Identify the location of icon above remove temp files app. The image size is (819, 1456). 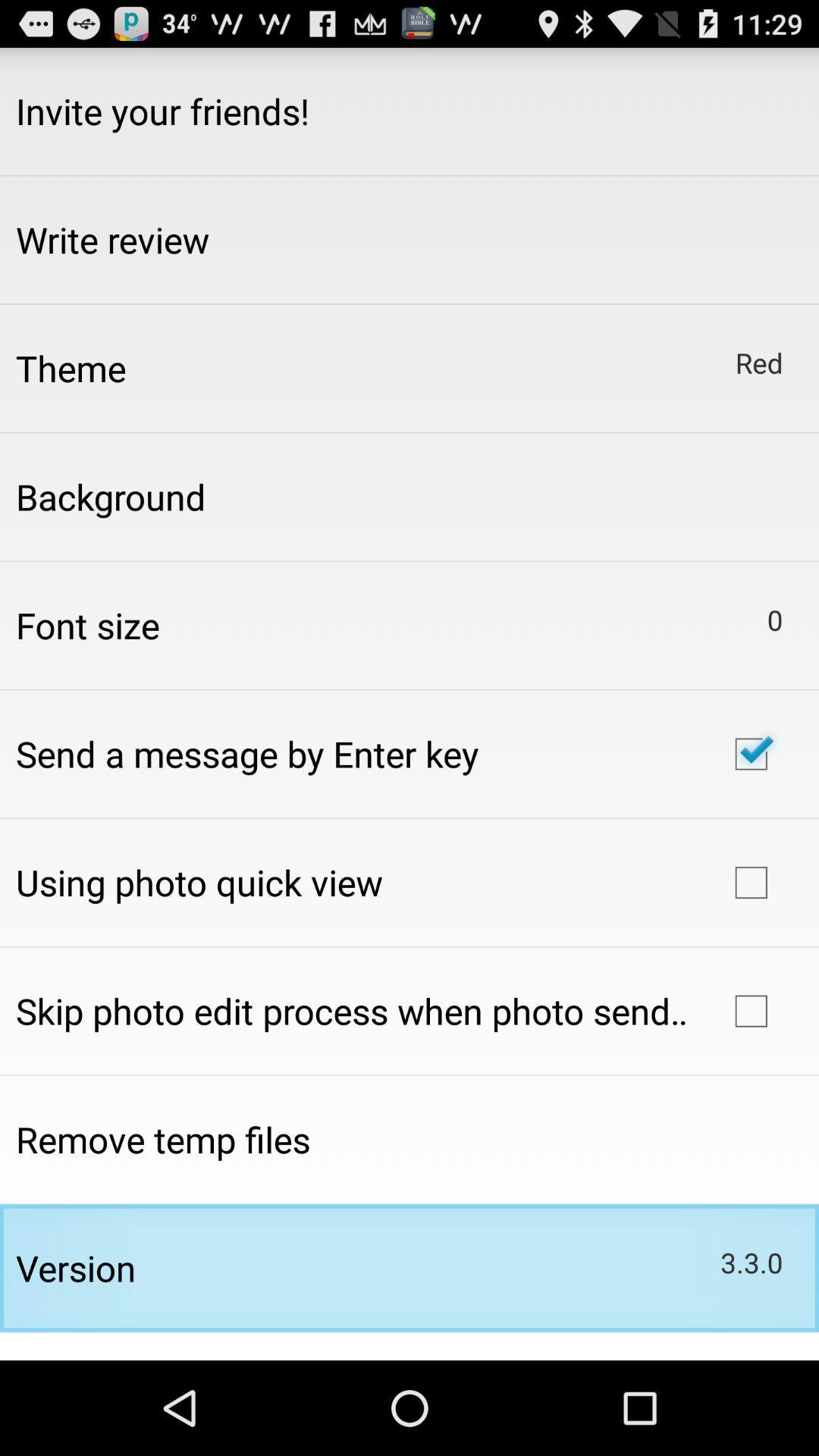
(351, 1011).